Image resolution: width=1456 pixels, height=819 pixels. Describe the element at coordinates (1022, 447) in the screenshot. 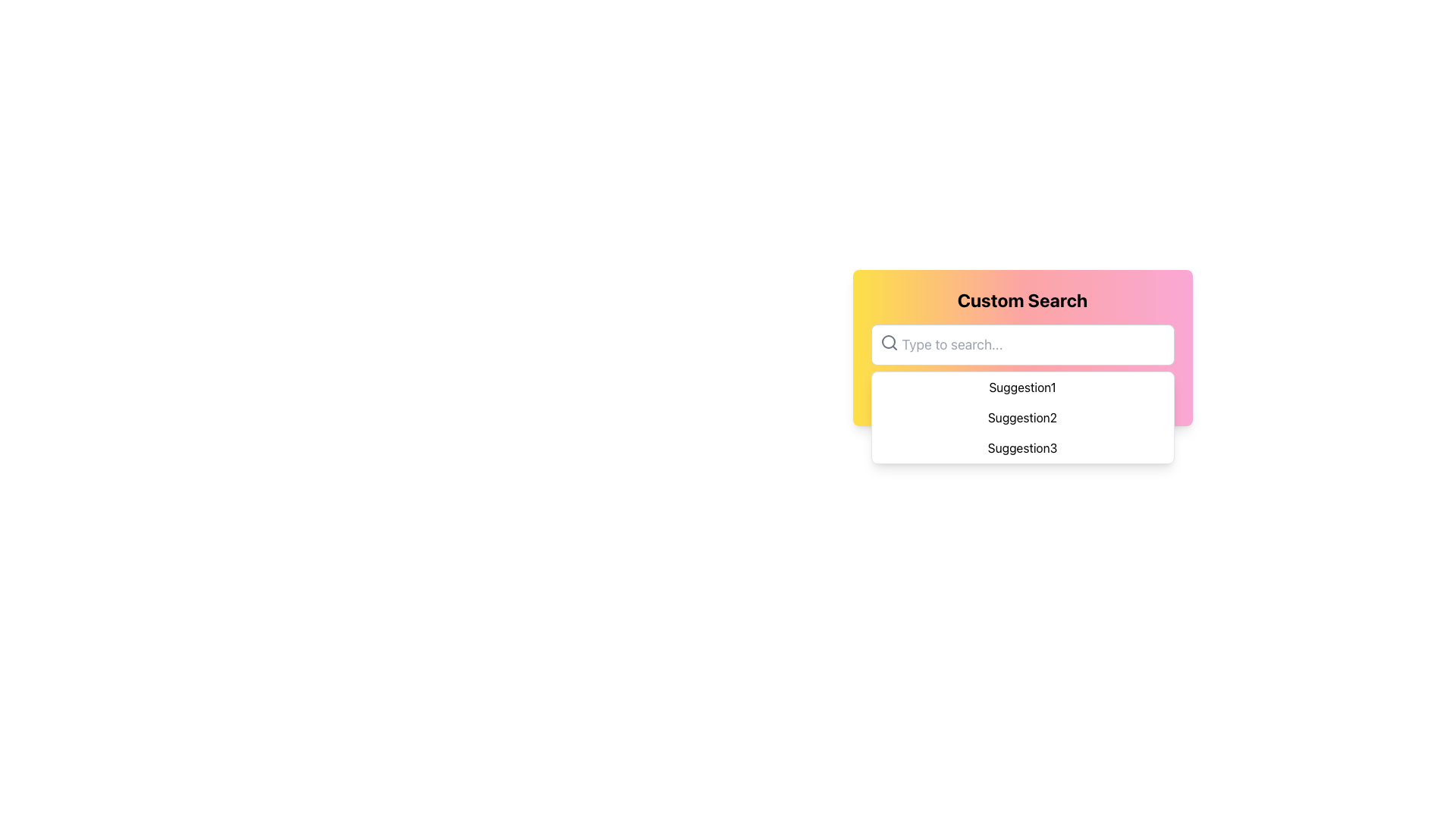

I see `the third item` at that location.